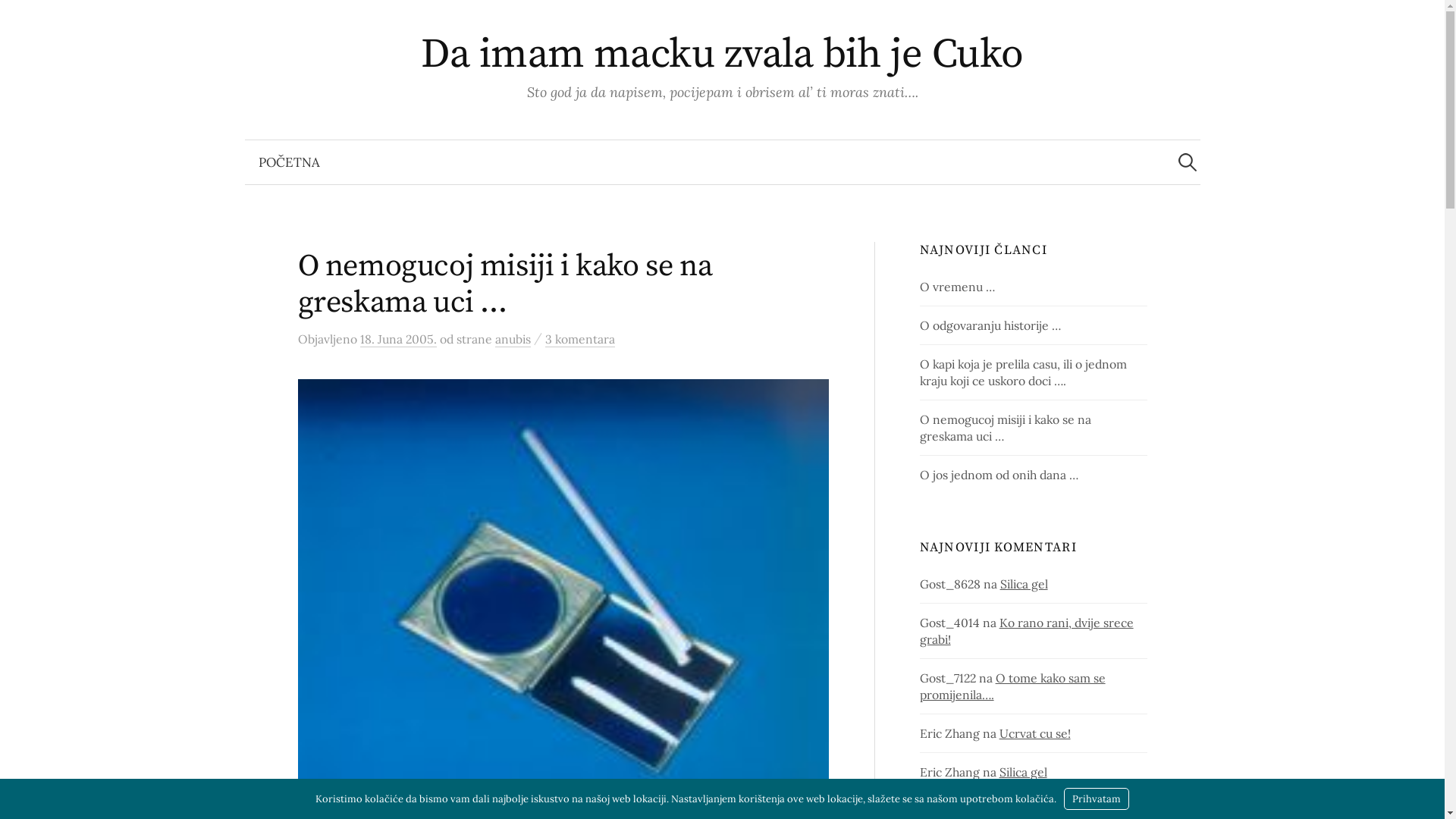  I want to click on 'anubis', so click(512, 338).